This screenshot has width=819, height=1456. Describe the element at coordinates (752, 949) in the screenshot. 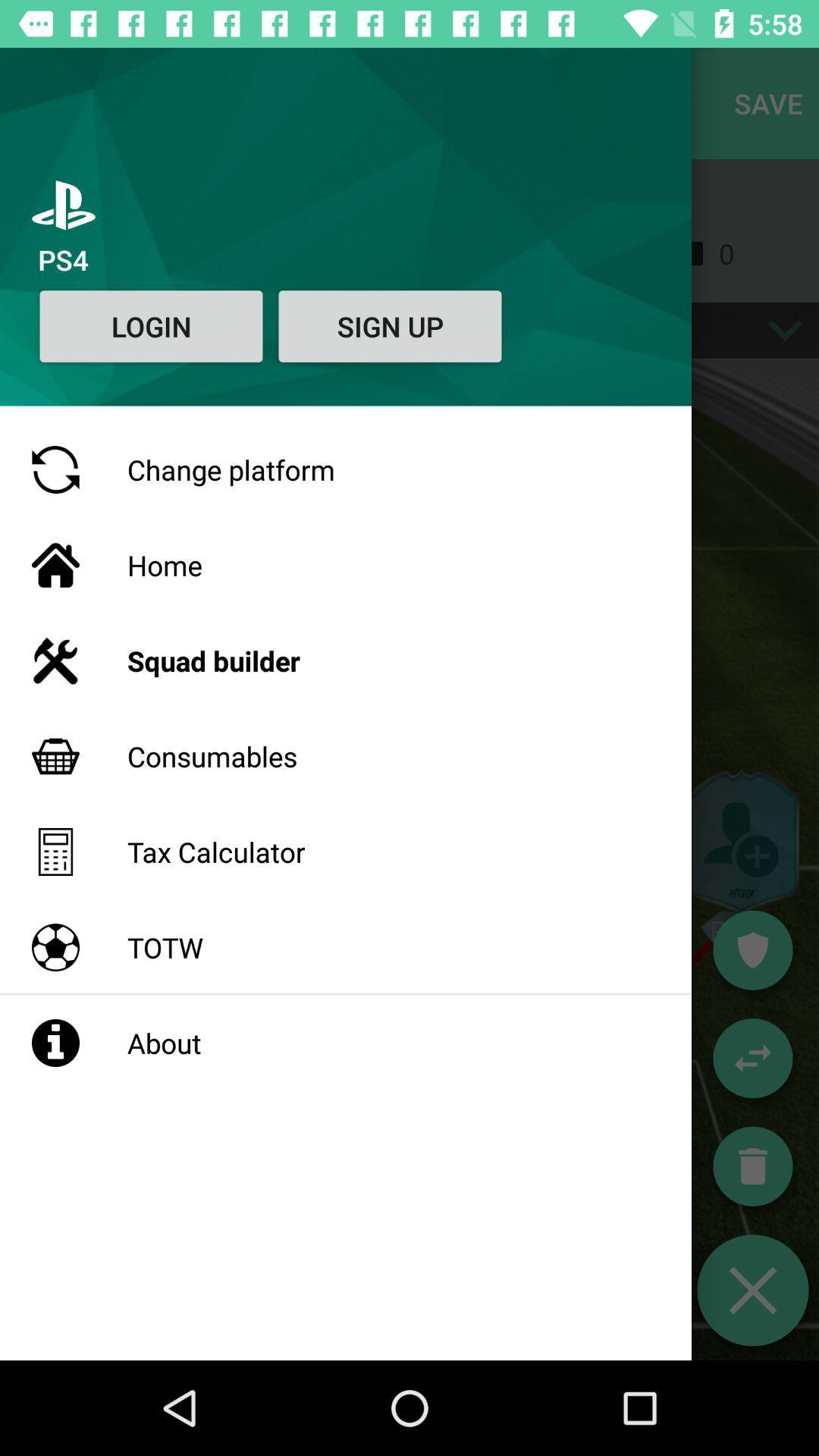

I see `the favorite icon` at that location.